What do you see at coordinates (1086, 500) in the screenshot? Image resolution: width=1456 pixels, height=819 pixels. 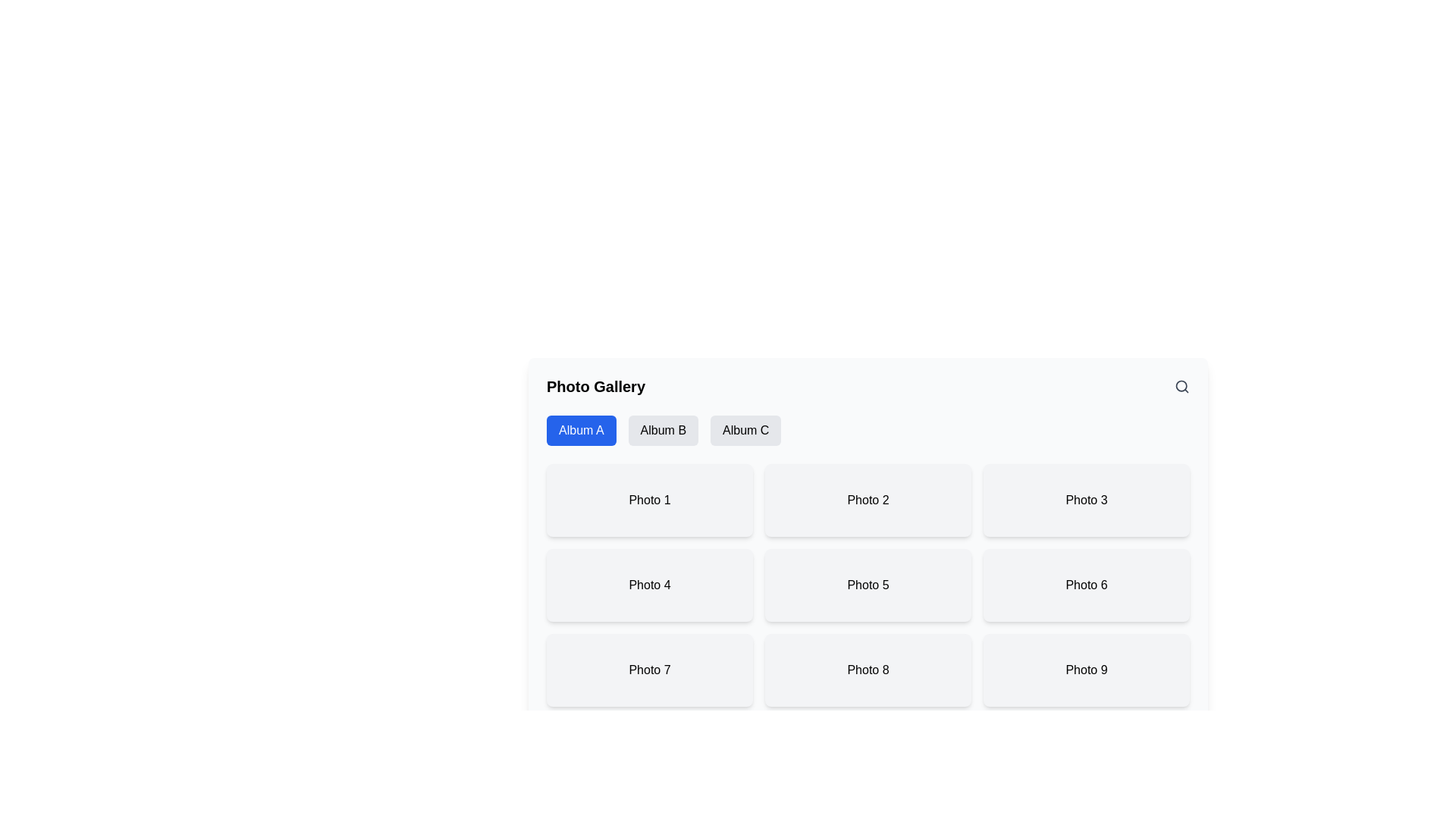 I see `the static content card labeled 'Photo 3', which is a rectangular card with a light gray background and black text, positioned as the third item in the first row of a grid layout` at bounding box center [1086, 500].